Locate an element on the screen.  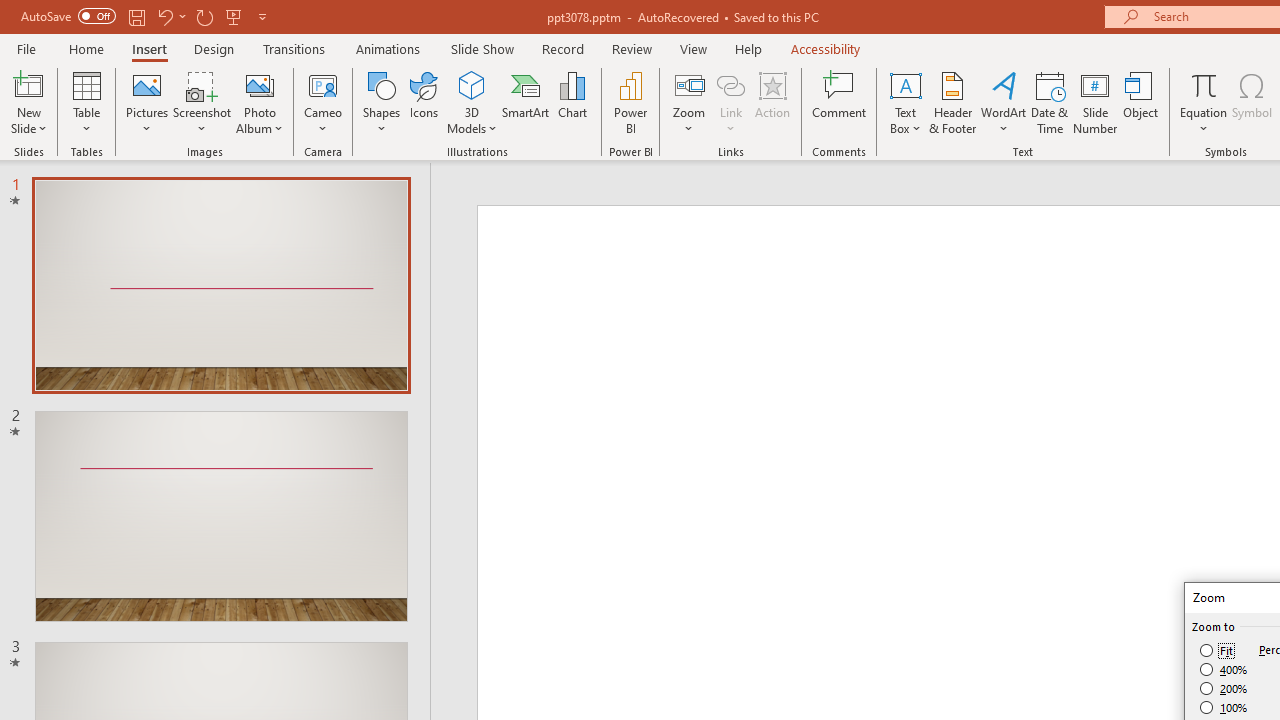
'Icons' is located at coordinates (423, 103).